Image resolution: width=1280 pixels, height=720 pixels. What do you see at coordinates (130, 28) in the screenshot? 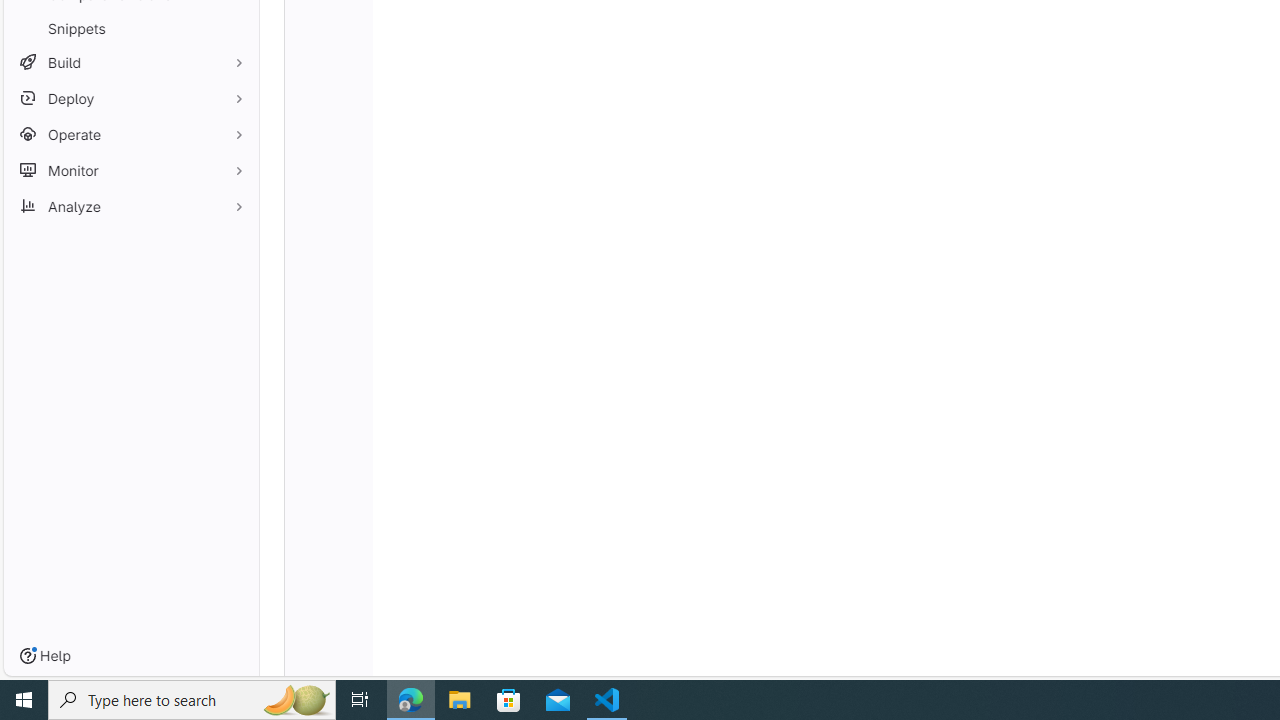
I see `'Snippets'` at bounding box center [130, 28].